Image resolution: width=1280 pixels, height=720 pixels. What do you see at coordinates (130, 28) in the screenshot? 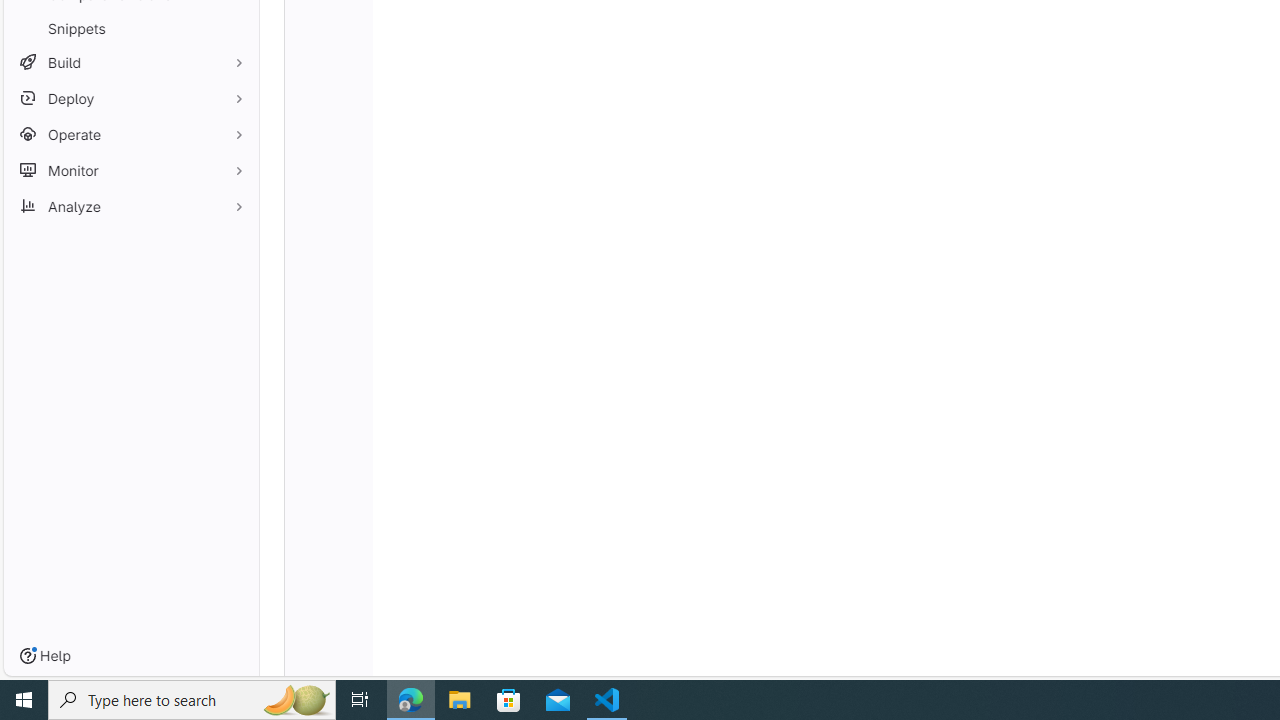
I see `'Snippets'` at bounding box center [130, 28].